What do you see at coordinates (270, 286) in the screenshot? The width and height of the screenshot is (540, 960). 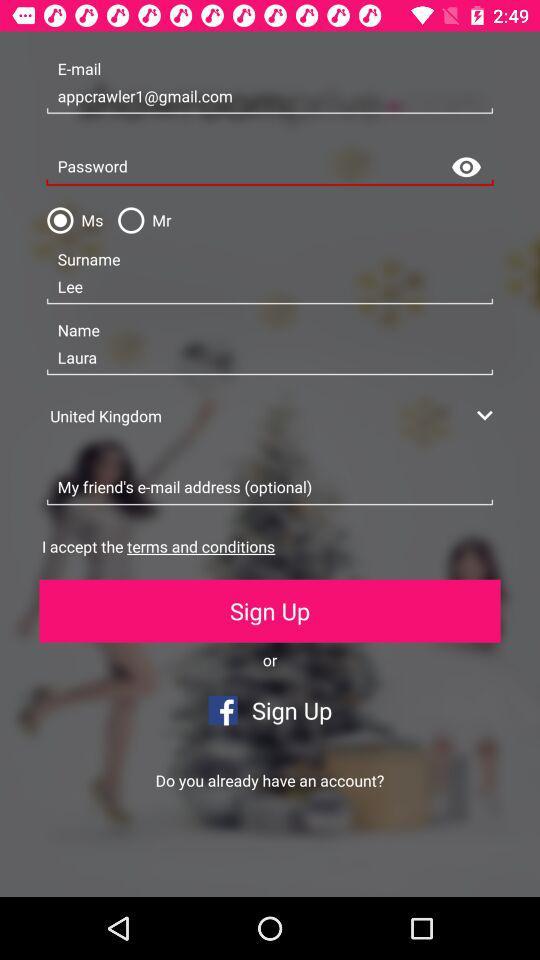 I see `the icon below the ms` at bounding box center [270, 286].